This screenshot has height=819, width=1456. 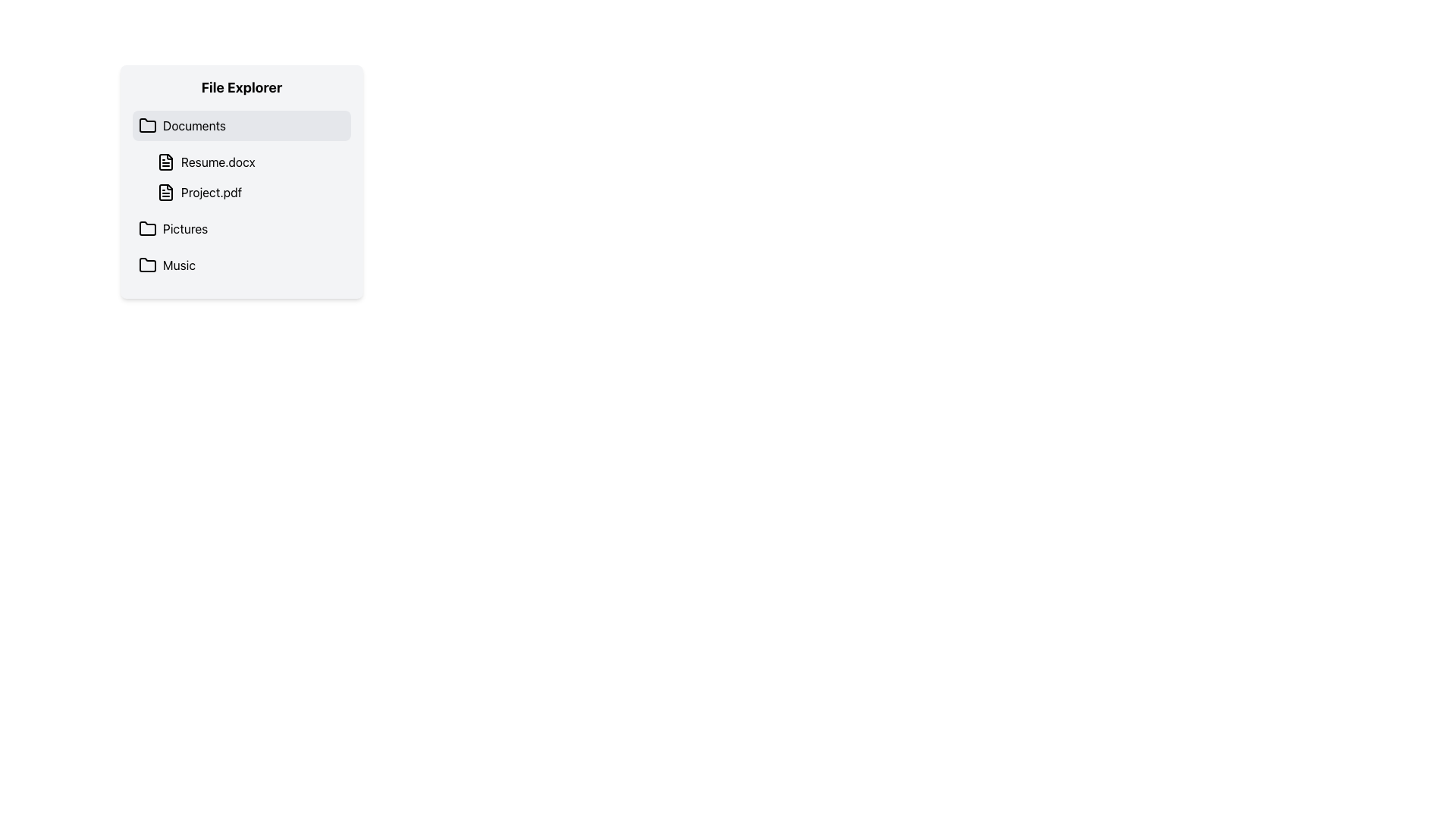 What do you see at coordinates (148, 228) in the screenshot?
I see `the folder icon, which is a minimalist design with a black stroke, located to the left of the text labeled 'Pictures' in the File Explorer interface` at bounding box center [148, 228].